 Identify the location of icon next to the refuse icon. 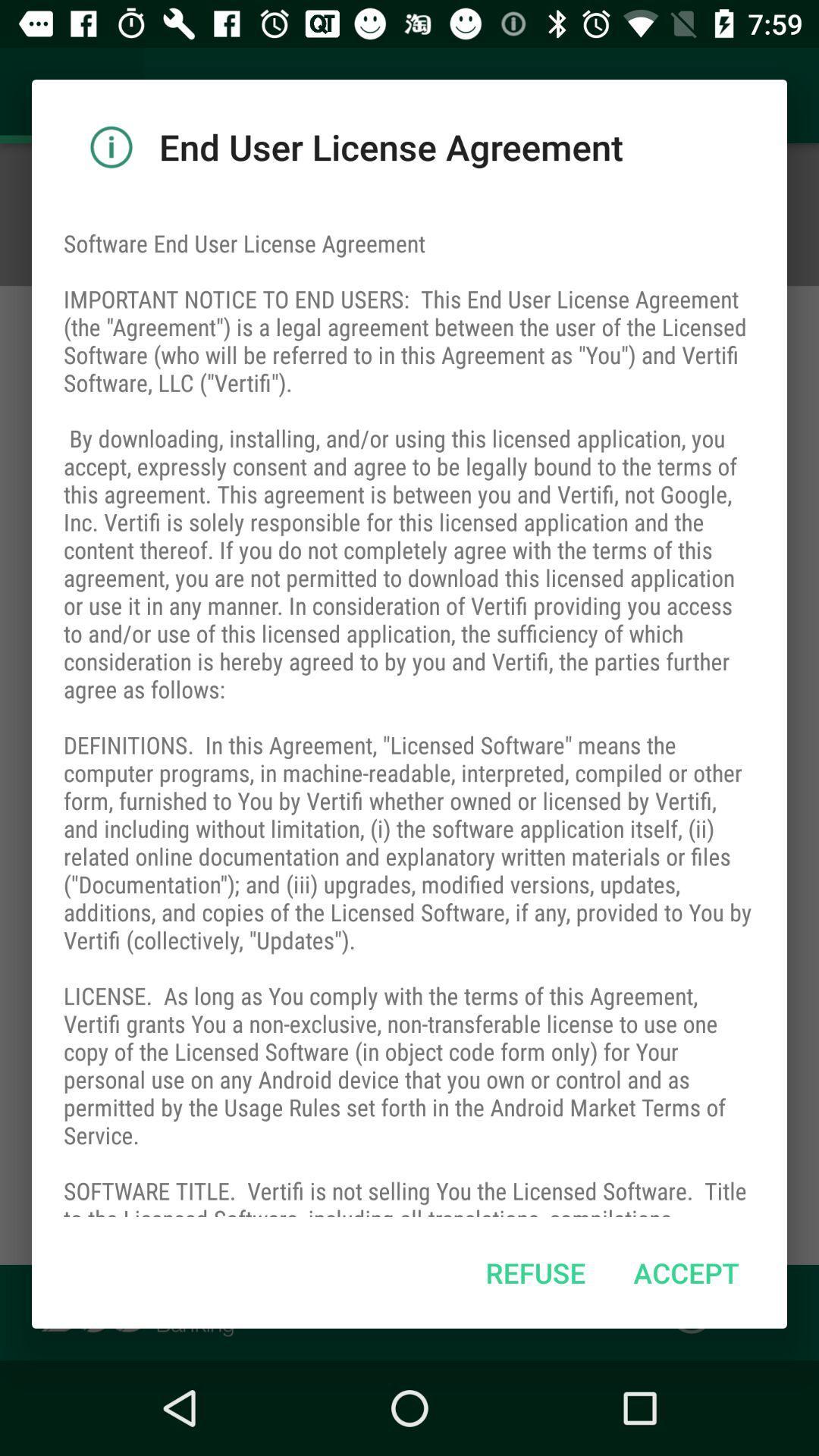
(686, 1272).